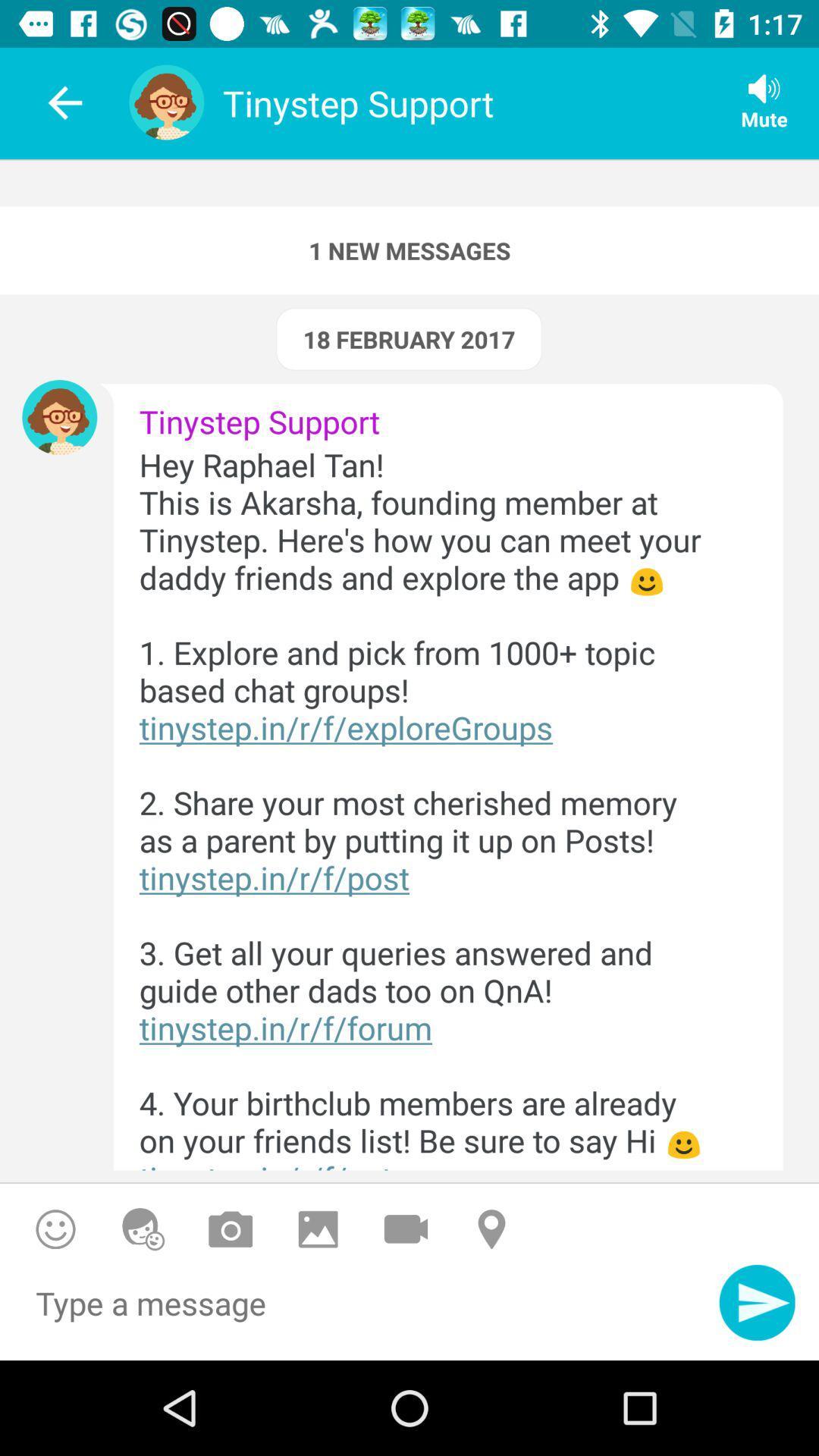  I want to click on record and upload the video, so click(405, 1229).